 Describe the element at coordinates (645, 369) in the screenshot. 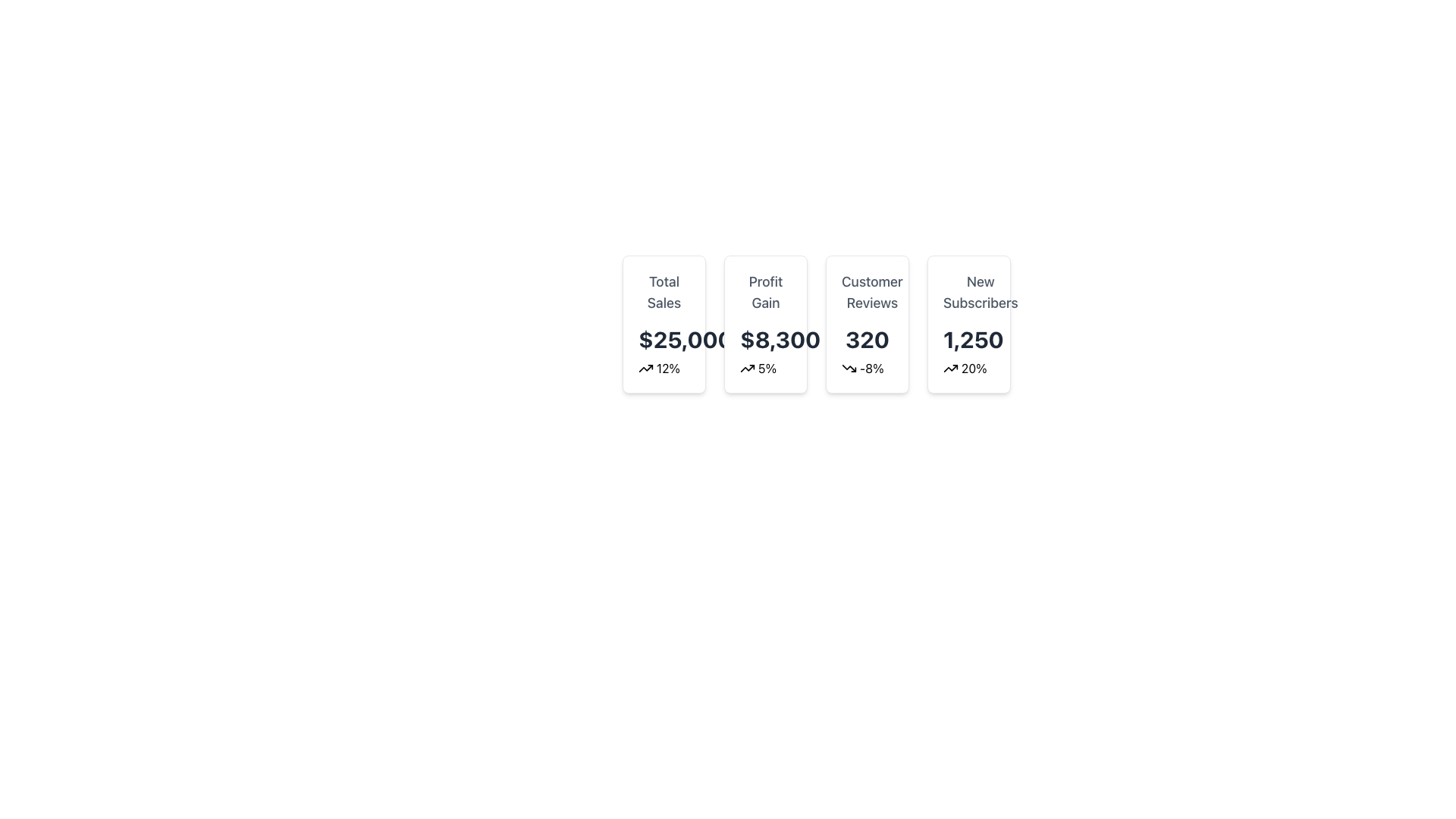

I see `the upward arrow icon located in the 'Total Sales' card, which visually indicates growth and is positioned below the '$25,000' value and adjacent to the '12%' percentage change text` at that location.